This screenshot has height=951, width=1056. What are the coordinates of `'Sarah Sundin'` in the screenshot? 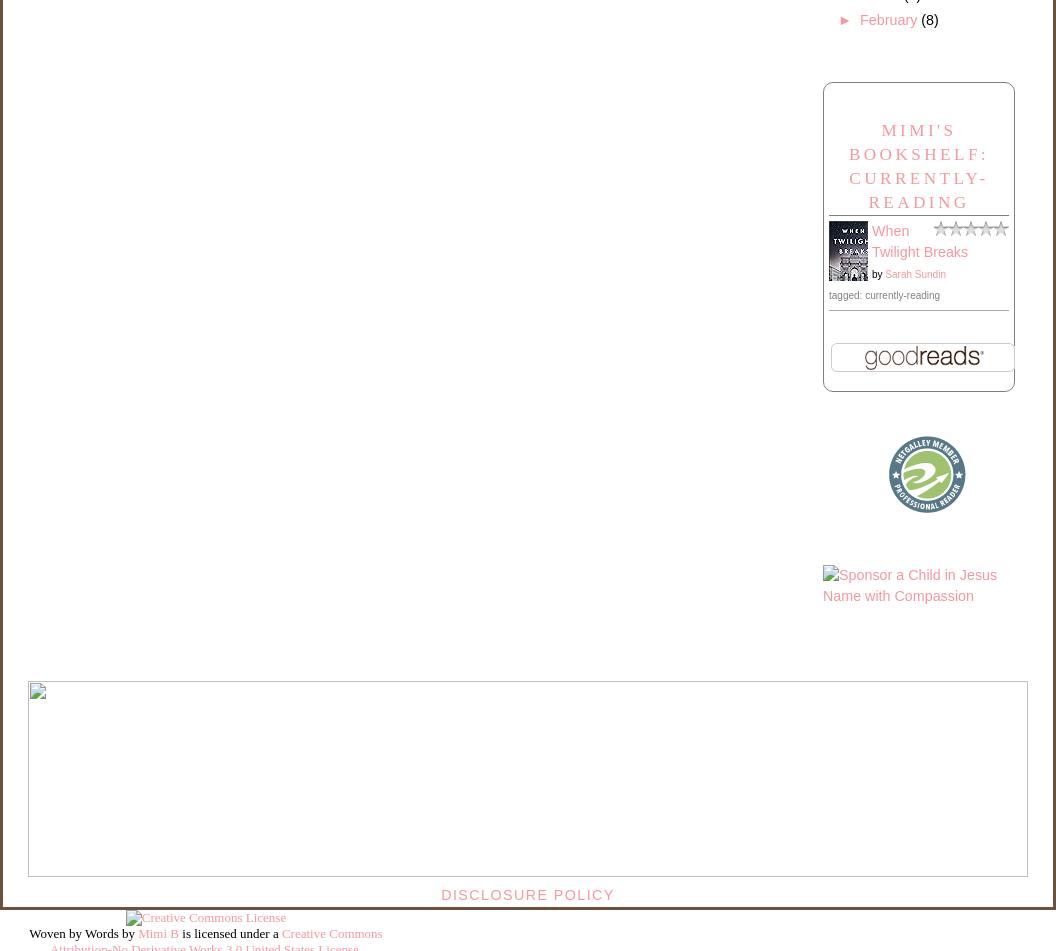 It's located at (914, 273).